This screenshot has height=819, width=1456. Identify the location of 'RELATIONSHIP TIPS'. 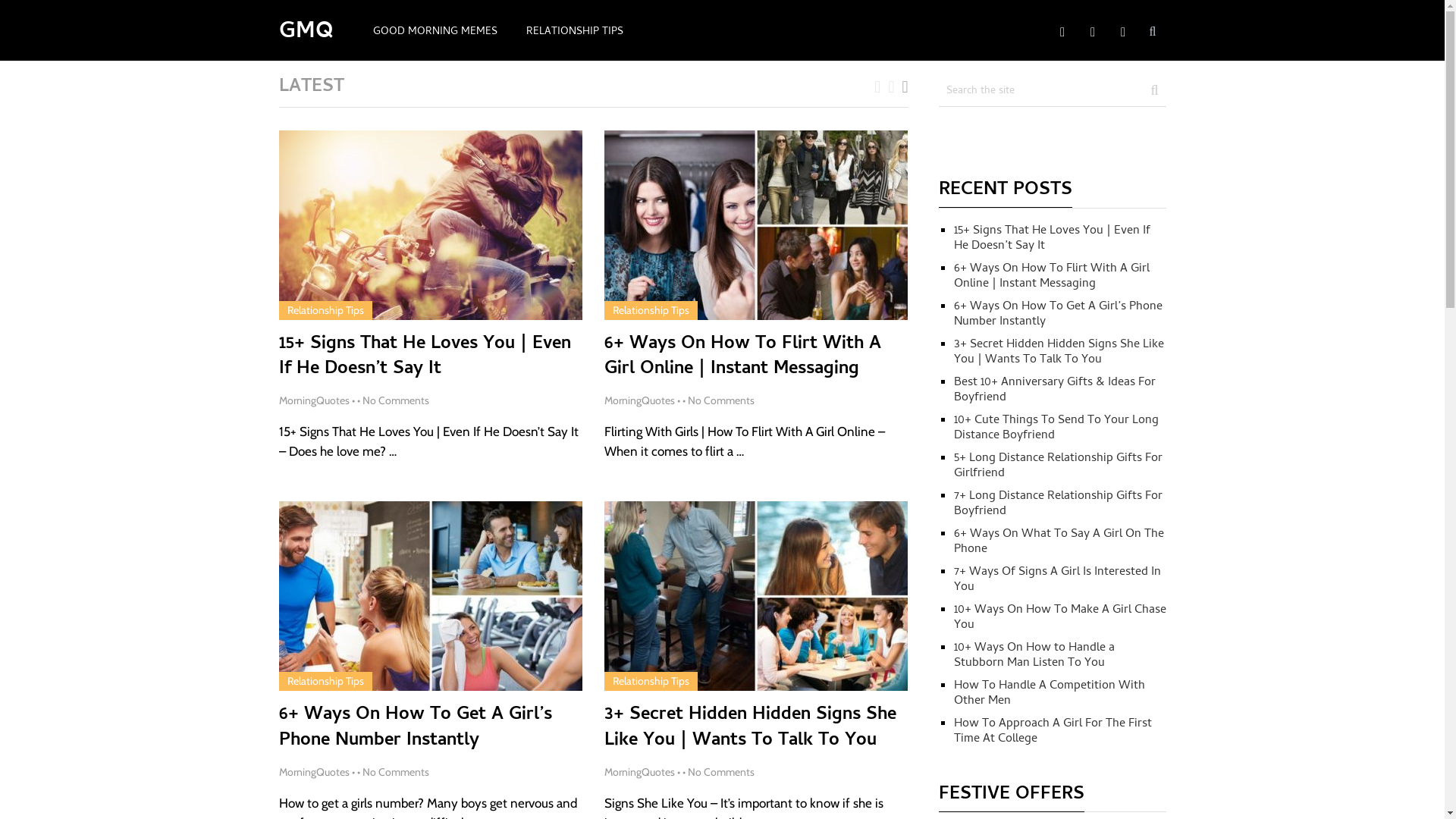
(573, 32).